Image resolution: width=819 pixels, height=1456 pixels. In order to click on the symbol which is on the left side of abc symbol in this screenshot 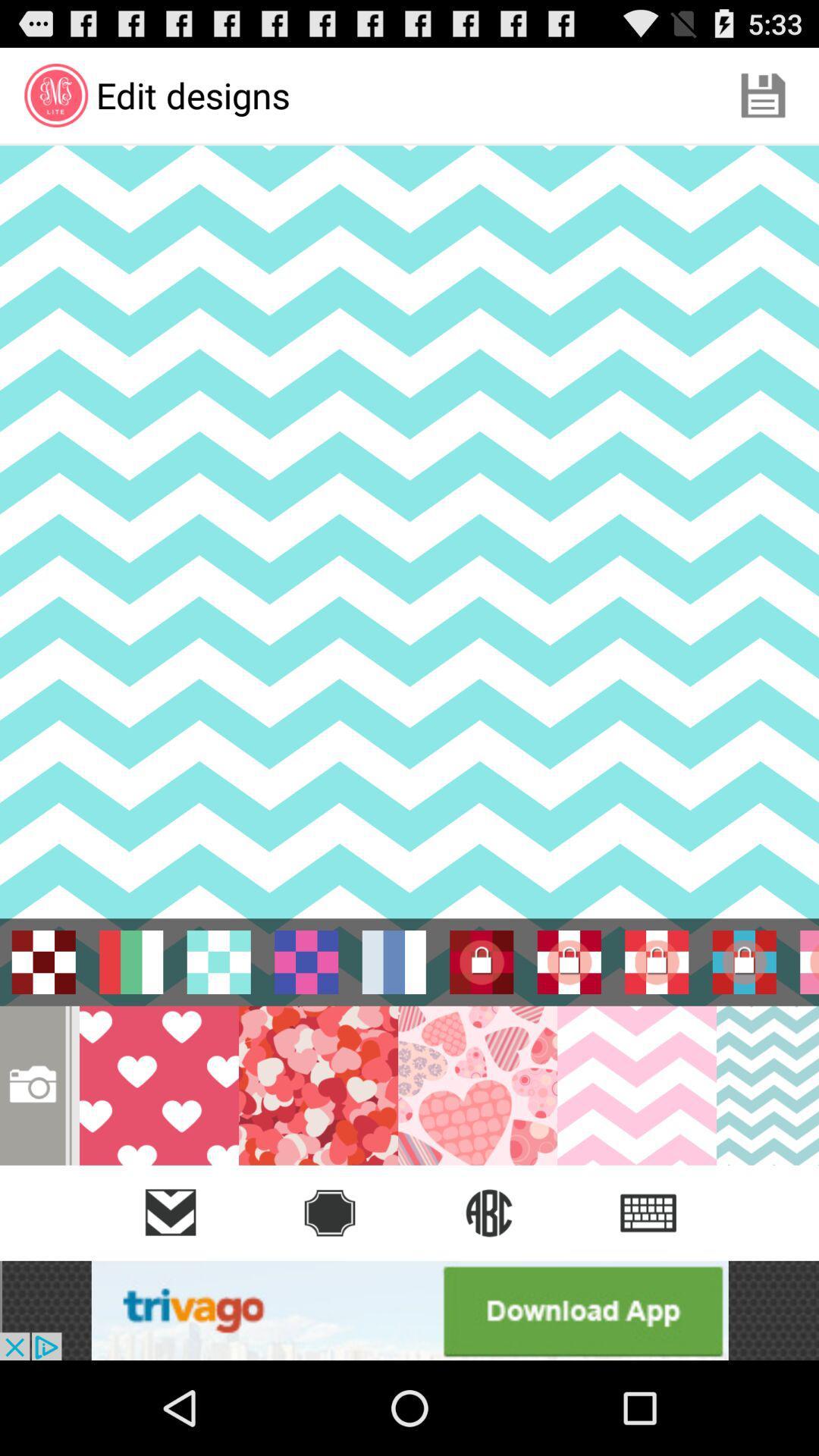, I will do `click(329, 1212)`.